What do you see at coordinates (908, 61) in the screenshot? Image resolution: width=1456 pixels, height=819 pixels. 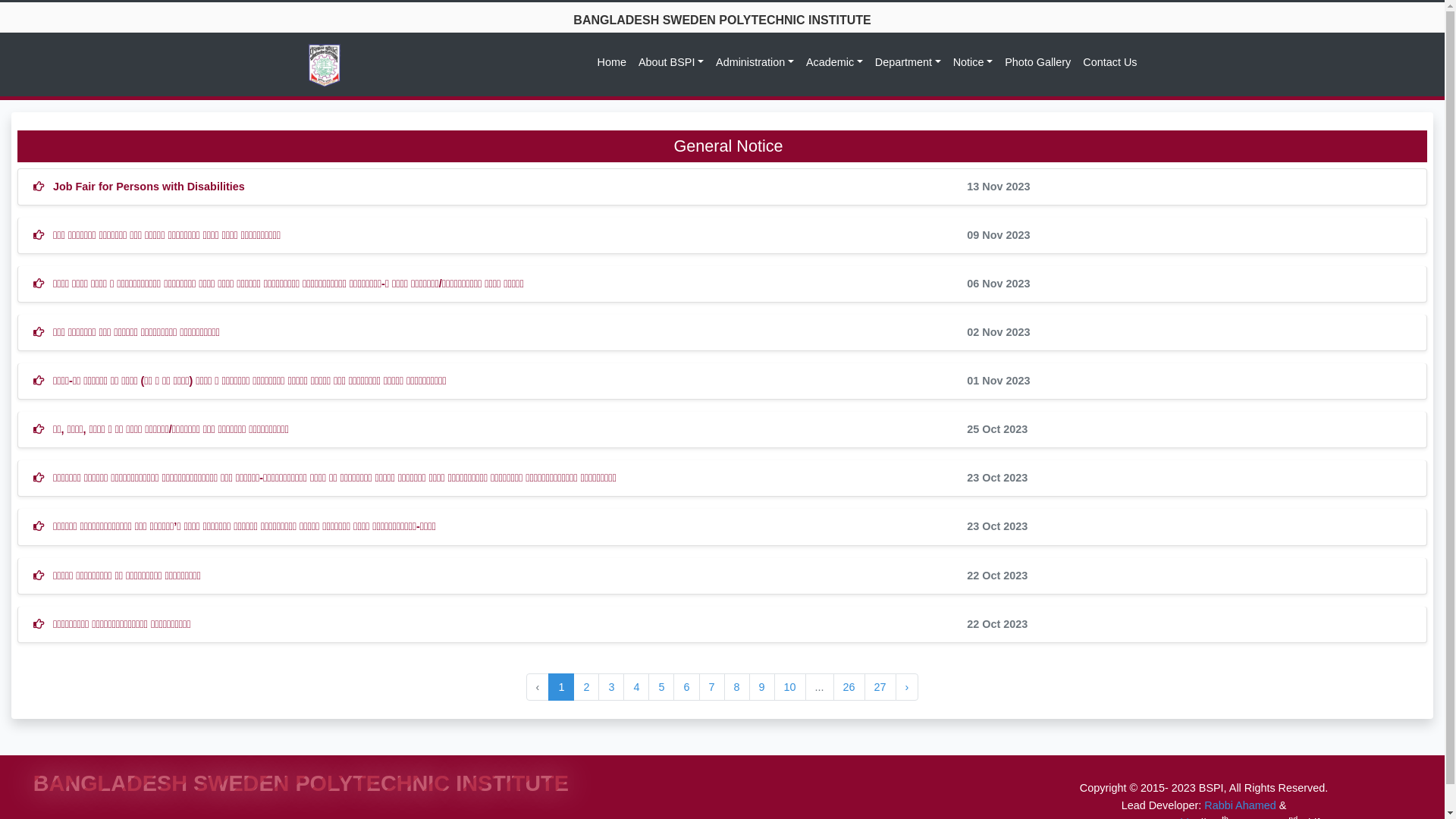 I see `'Department'` at bounding box center [908, 61].